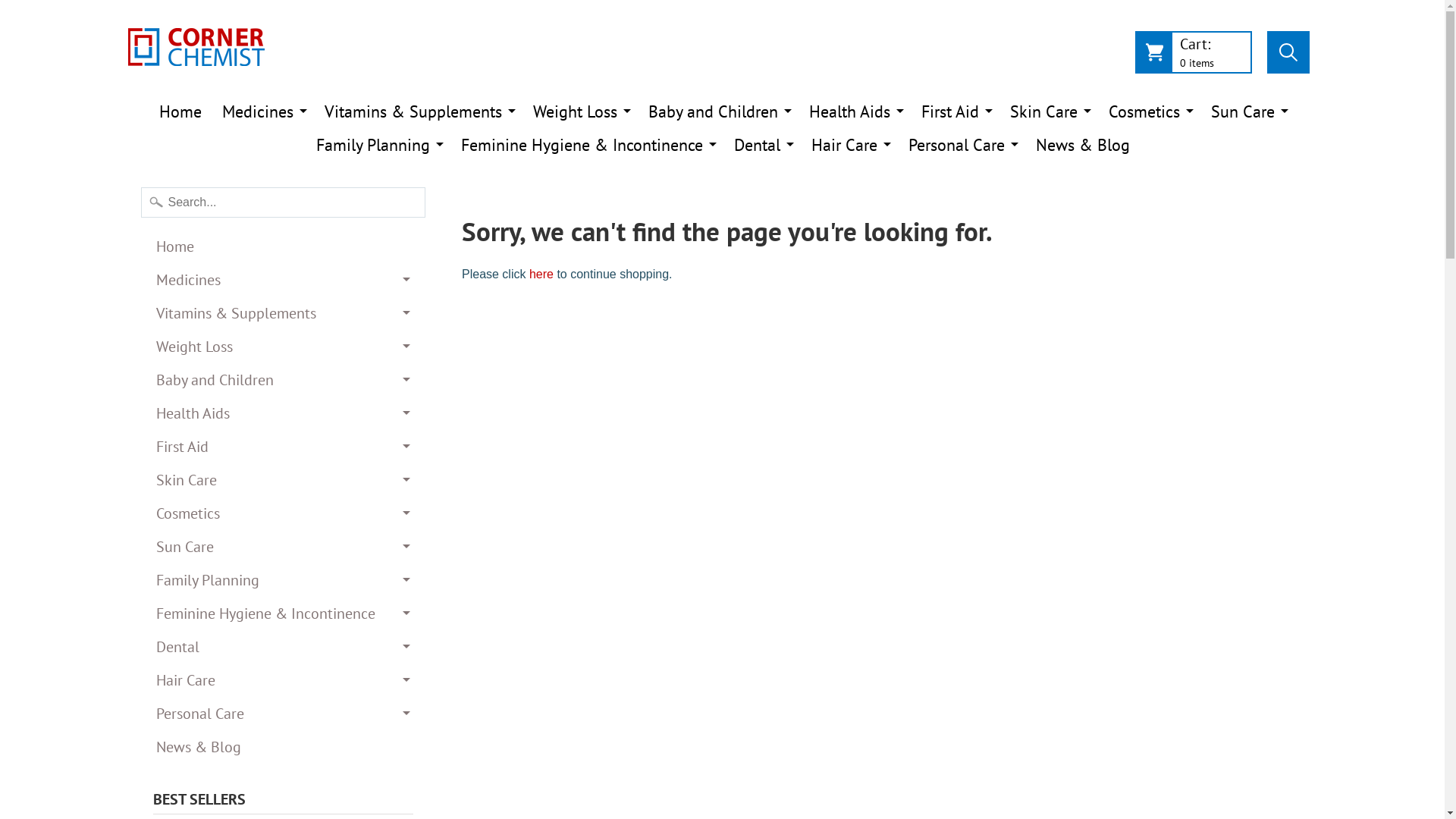 Image resolution: width=1456 pixels, height=819 pixels. I want to click on 'Cart:, so click(1192, 55).